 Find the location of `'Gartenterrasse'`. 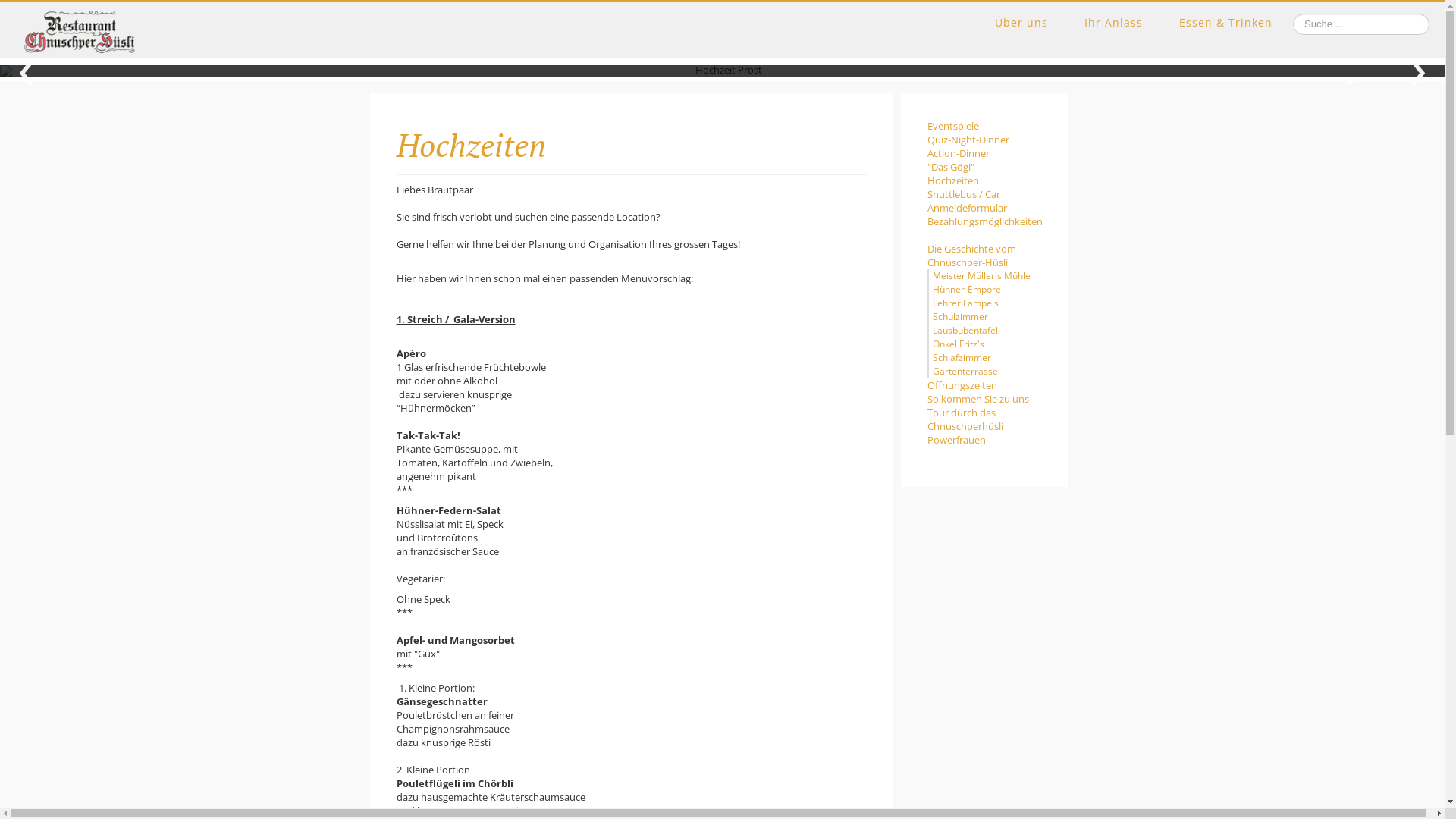

'Gartenterrasse' is located at coordinates (964, 371).